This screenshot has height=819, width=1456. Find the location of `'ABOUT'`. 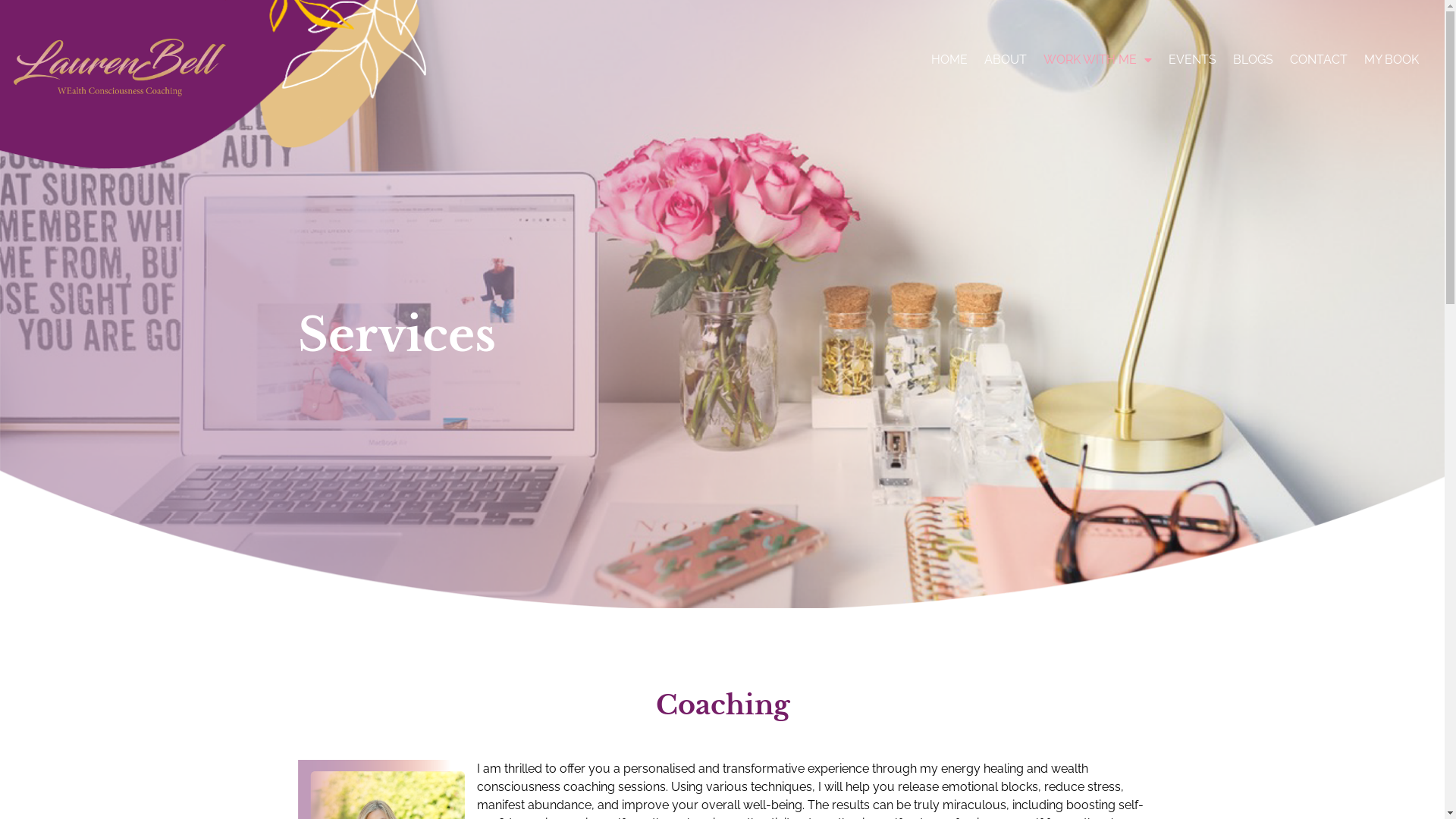

'ABOUT' is located at coordinates (975, 58).